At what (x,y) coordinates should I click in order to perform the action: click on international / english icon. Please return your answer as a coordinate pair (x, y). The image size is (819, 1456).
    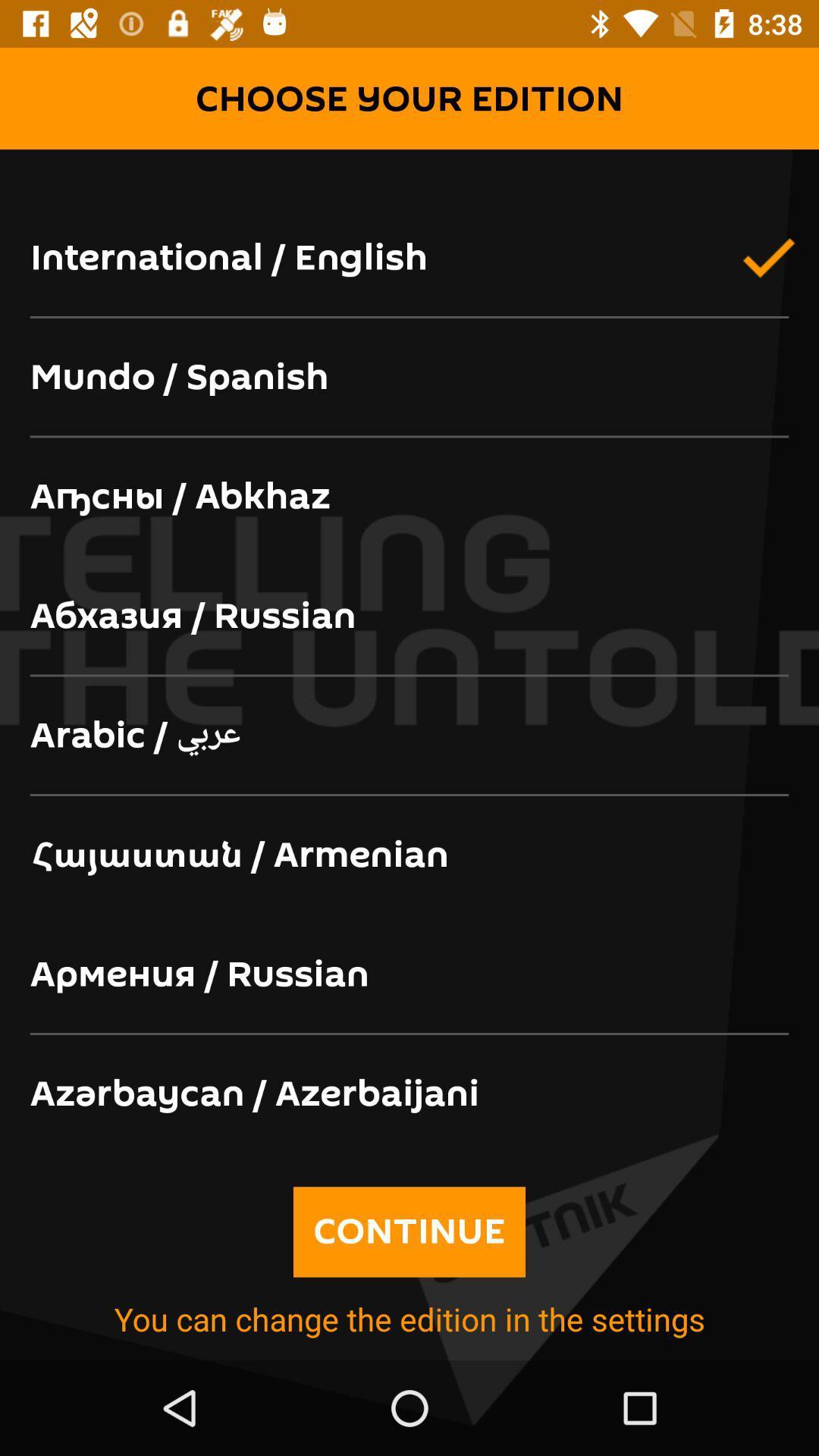
    Looking at the image, I should click on (409, 259).